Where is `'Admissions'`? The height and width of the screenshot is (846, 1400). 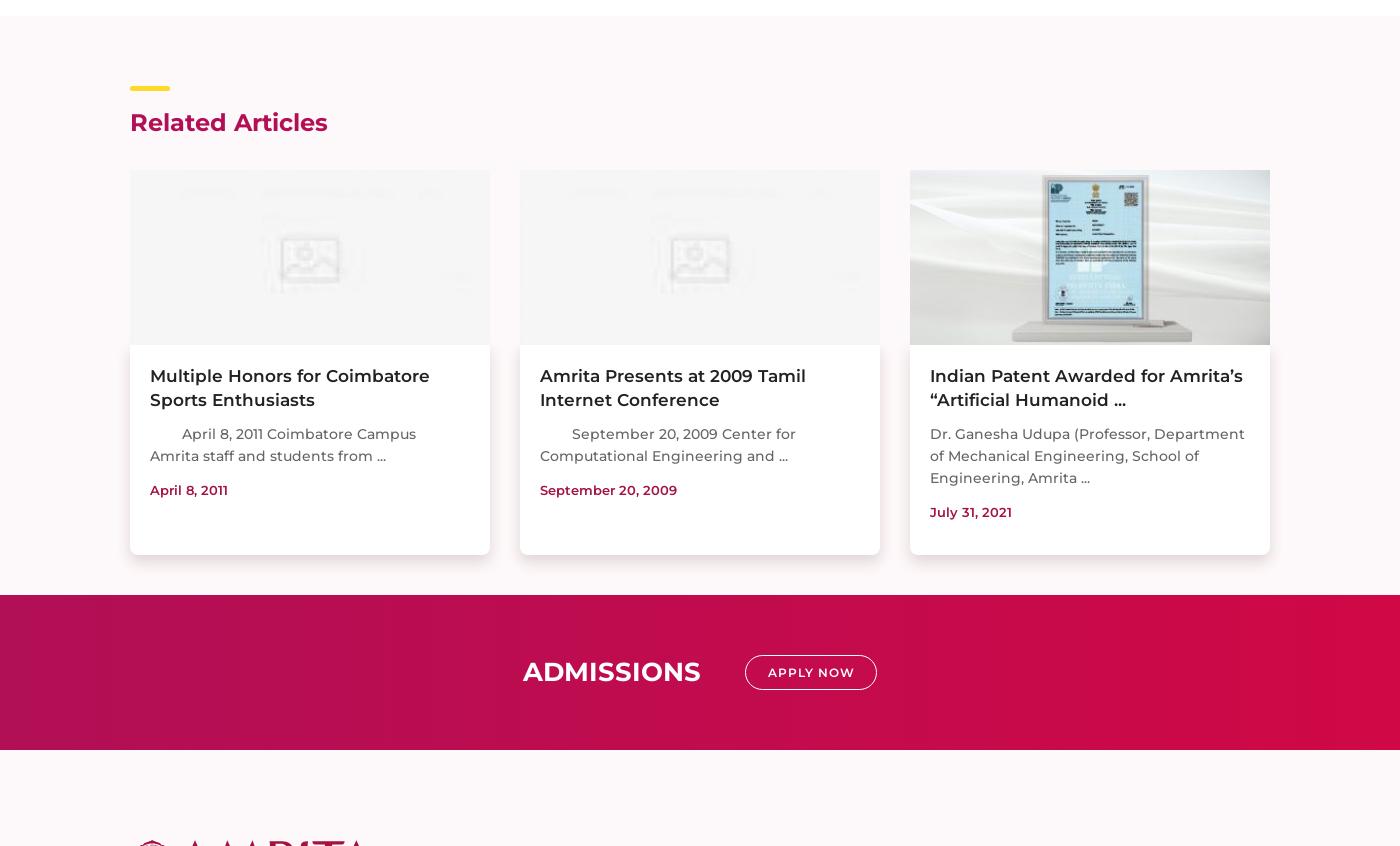 'Admissions' is located at coordinates (611, 671).